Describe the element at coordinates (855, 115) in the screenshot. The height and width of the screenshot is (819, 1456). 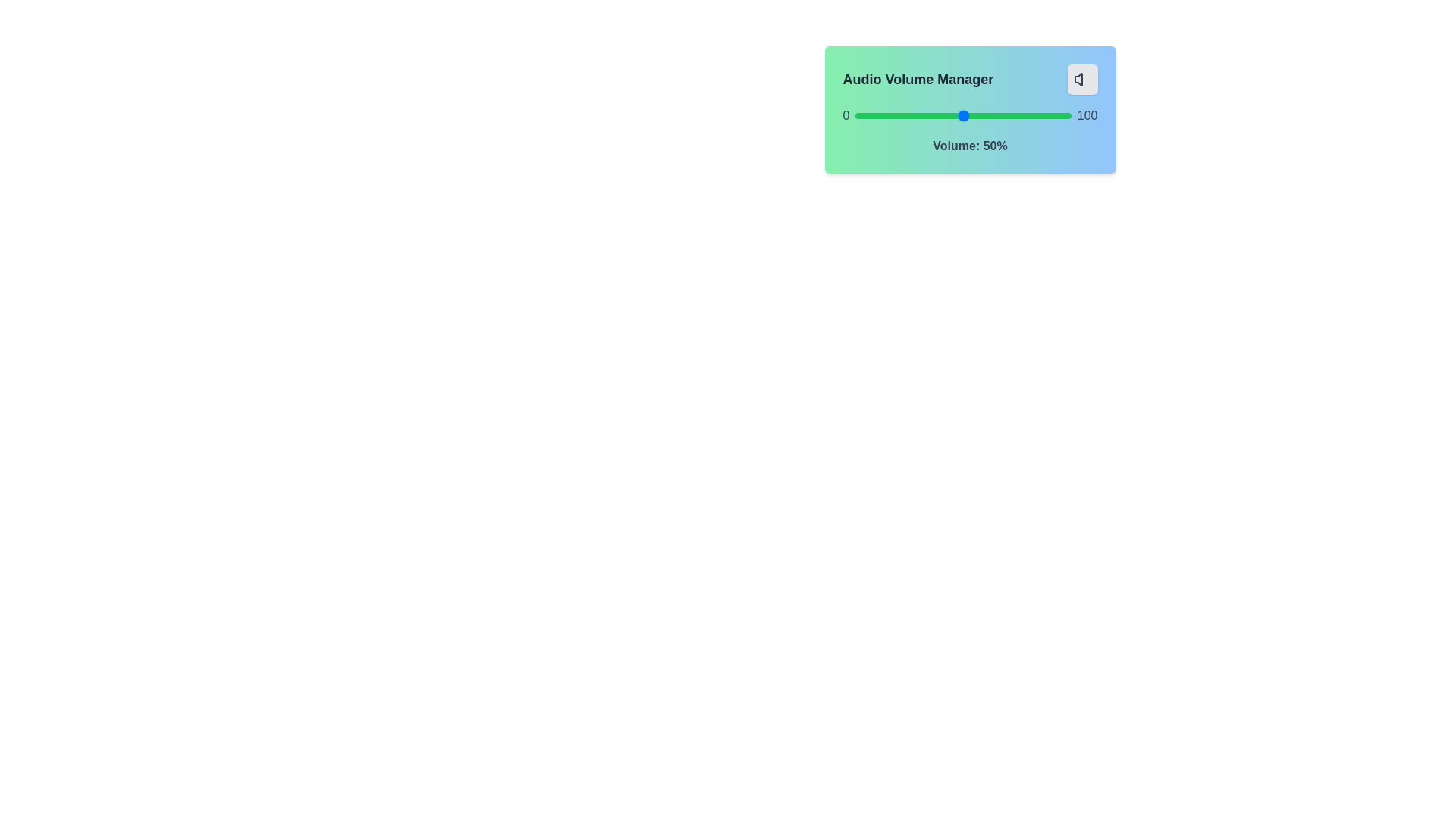
I see `the audio volume` at that location.